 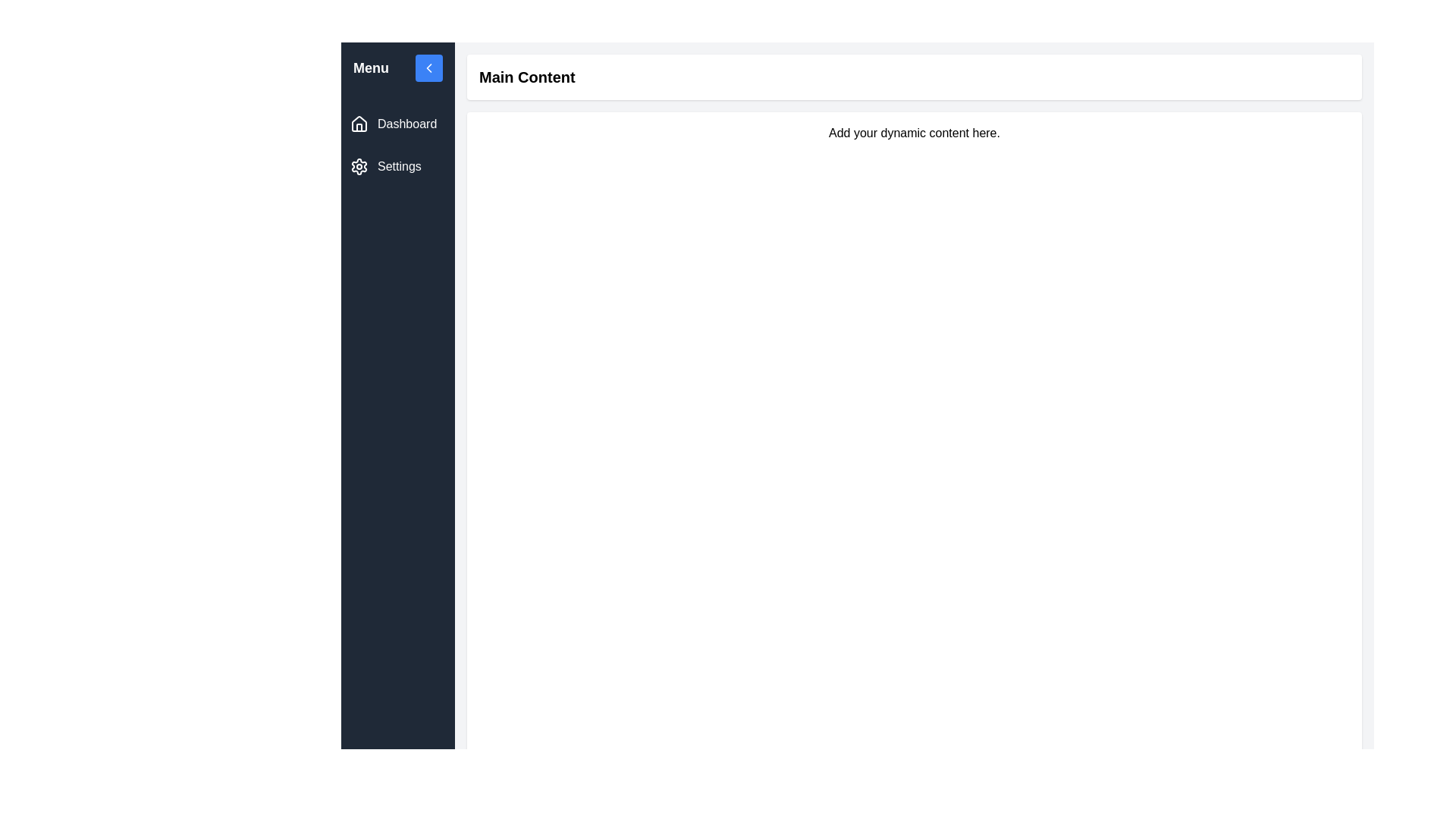 I want to click on the 'Dashboard' button located in the left-aligned navigation panel directly below the 'Menu' header, so click(x=397, y=124).